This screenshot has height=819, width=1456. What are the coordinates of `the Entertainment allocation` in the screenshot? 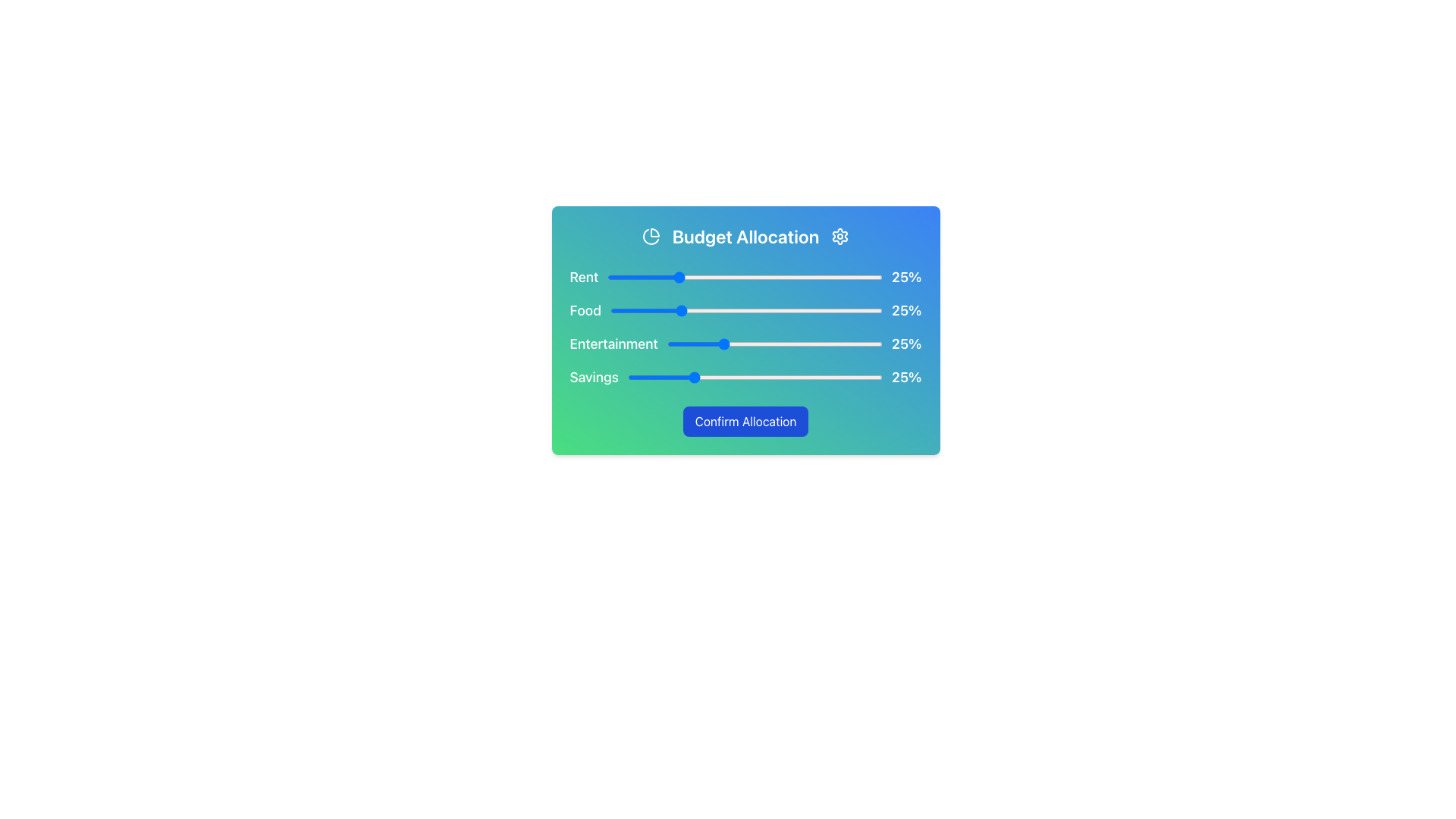 It's located at (686, 344).